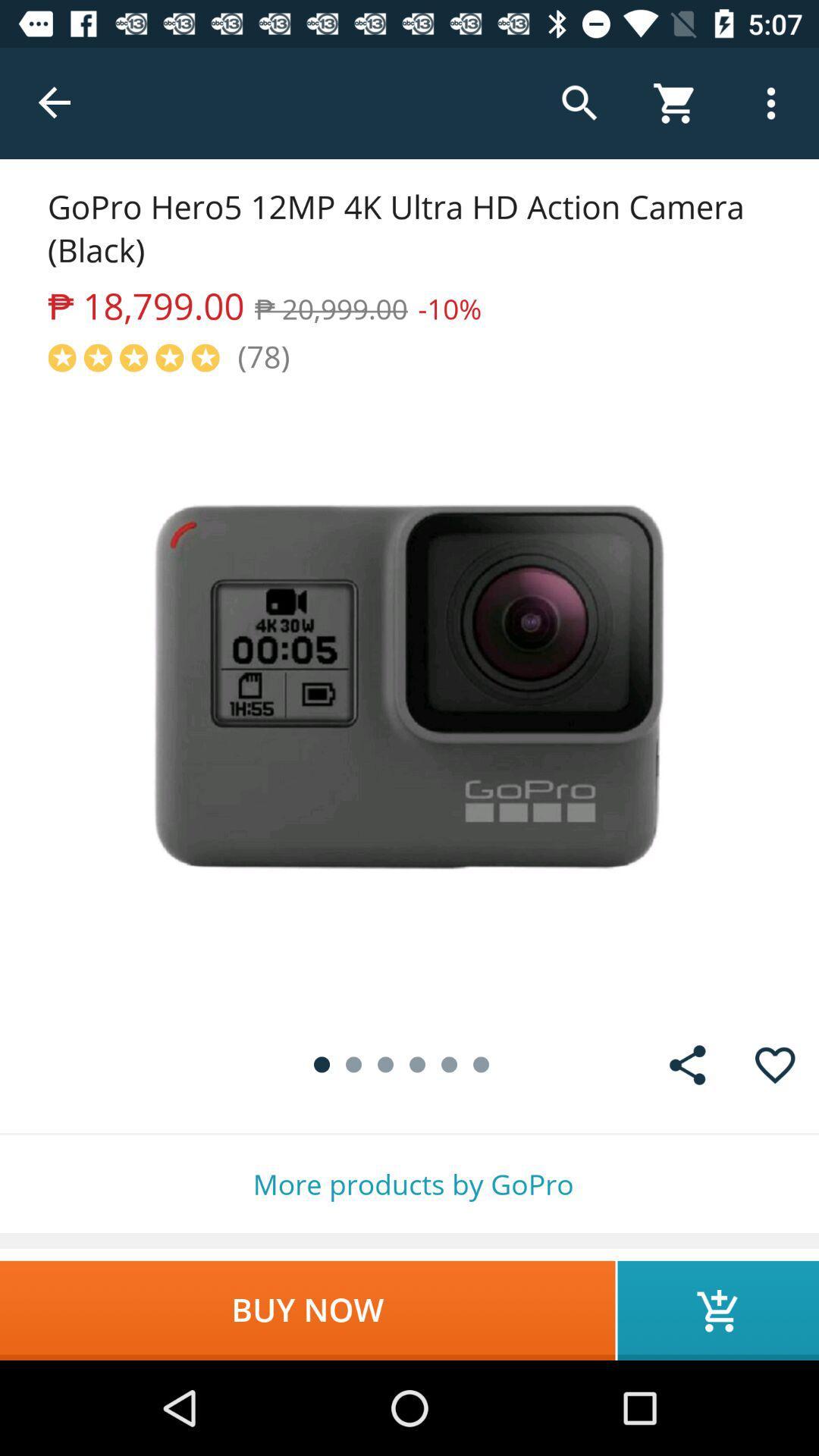  What do you see at coordinates (409, 698) in the screenshot?
I see `open image` at bounding box center [409, 698].